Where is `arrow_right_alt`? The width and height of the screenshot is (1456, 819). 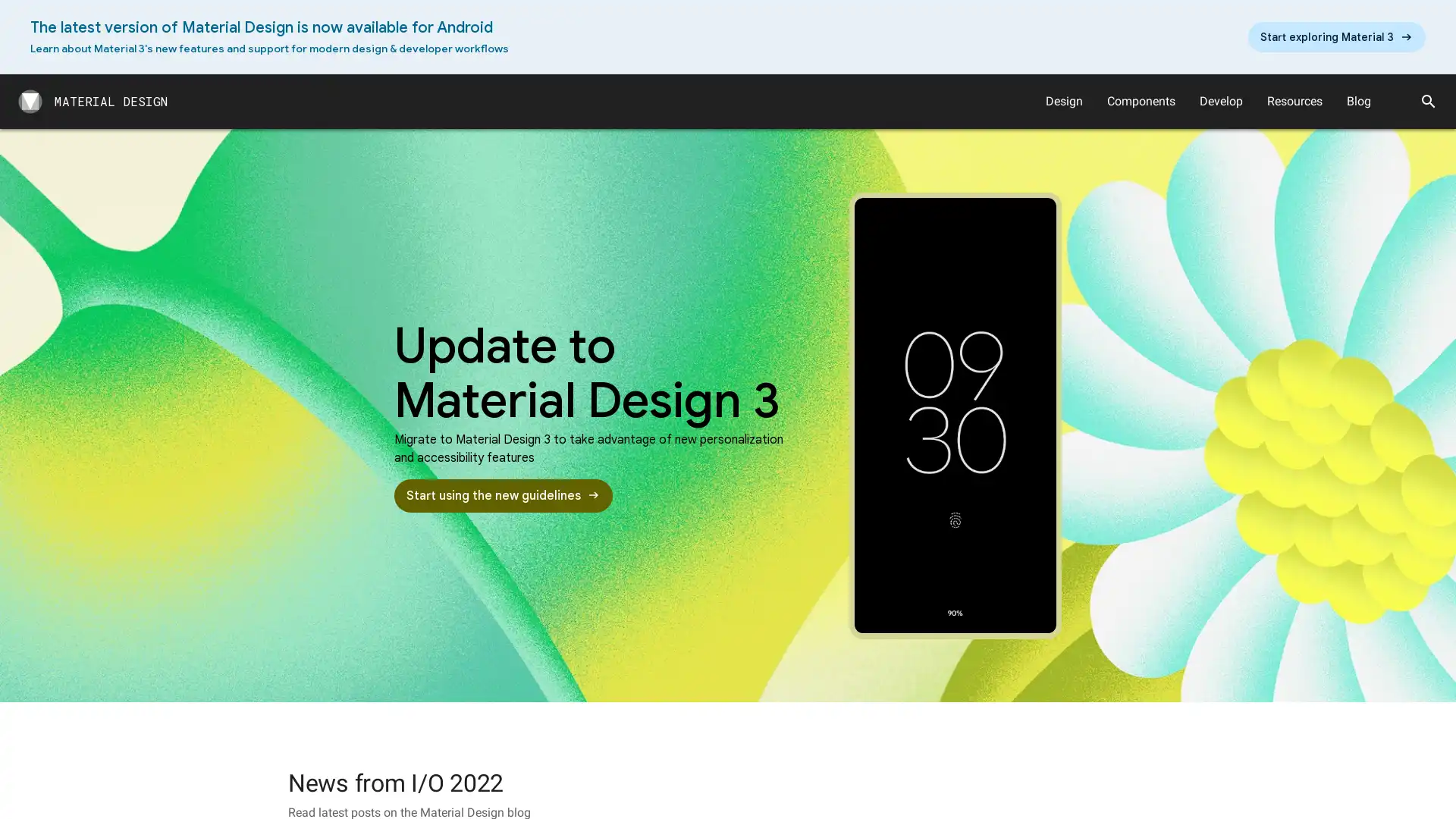 arrow_right_alt is located at coordinates (1336, 36).